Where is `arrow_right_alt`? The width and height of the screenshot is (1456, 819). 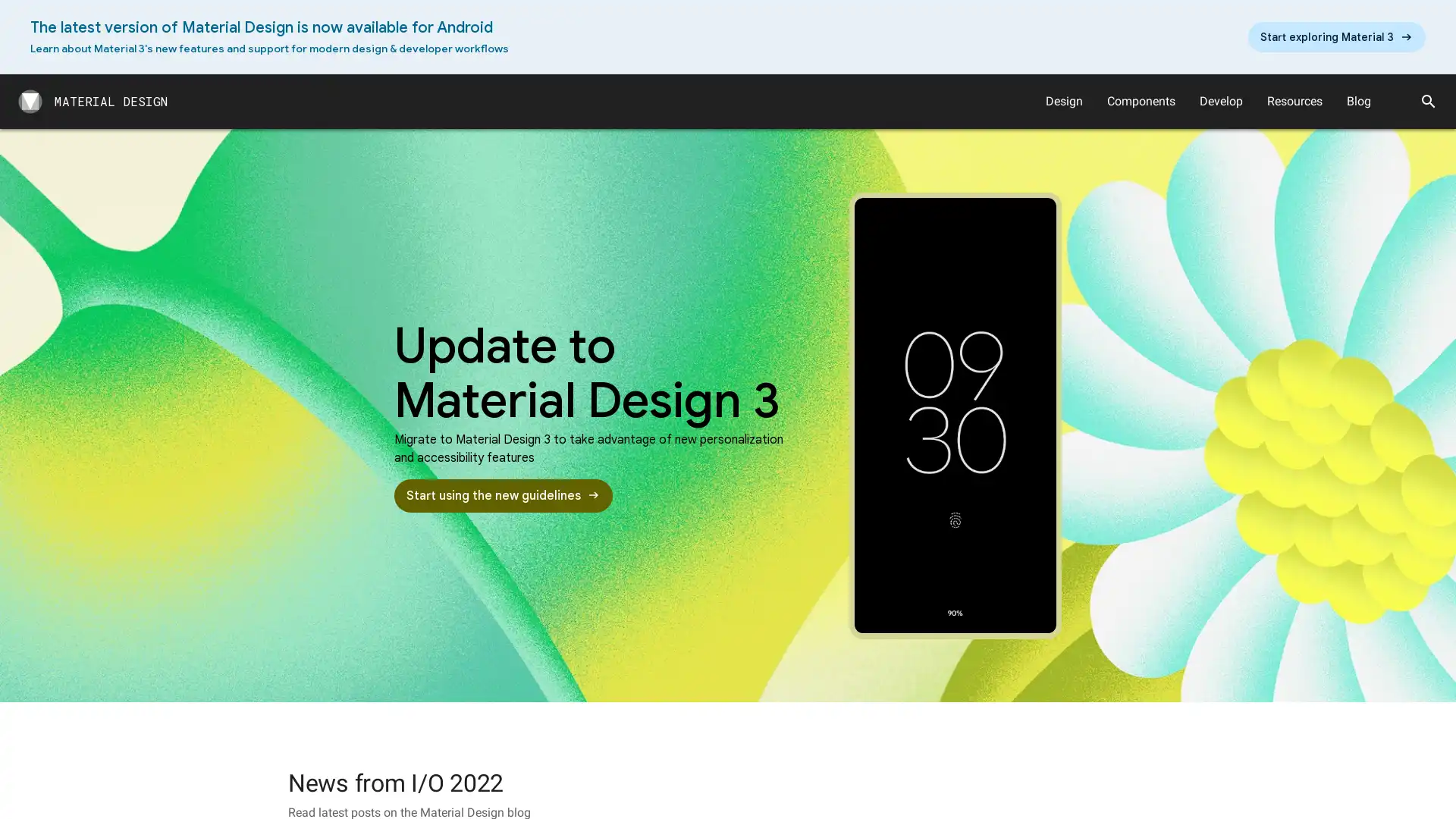 arrow_right_alt is located at coordinates (1336, 36).